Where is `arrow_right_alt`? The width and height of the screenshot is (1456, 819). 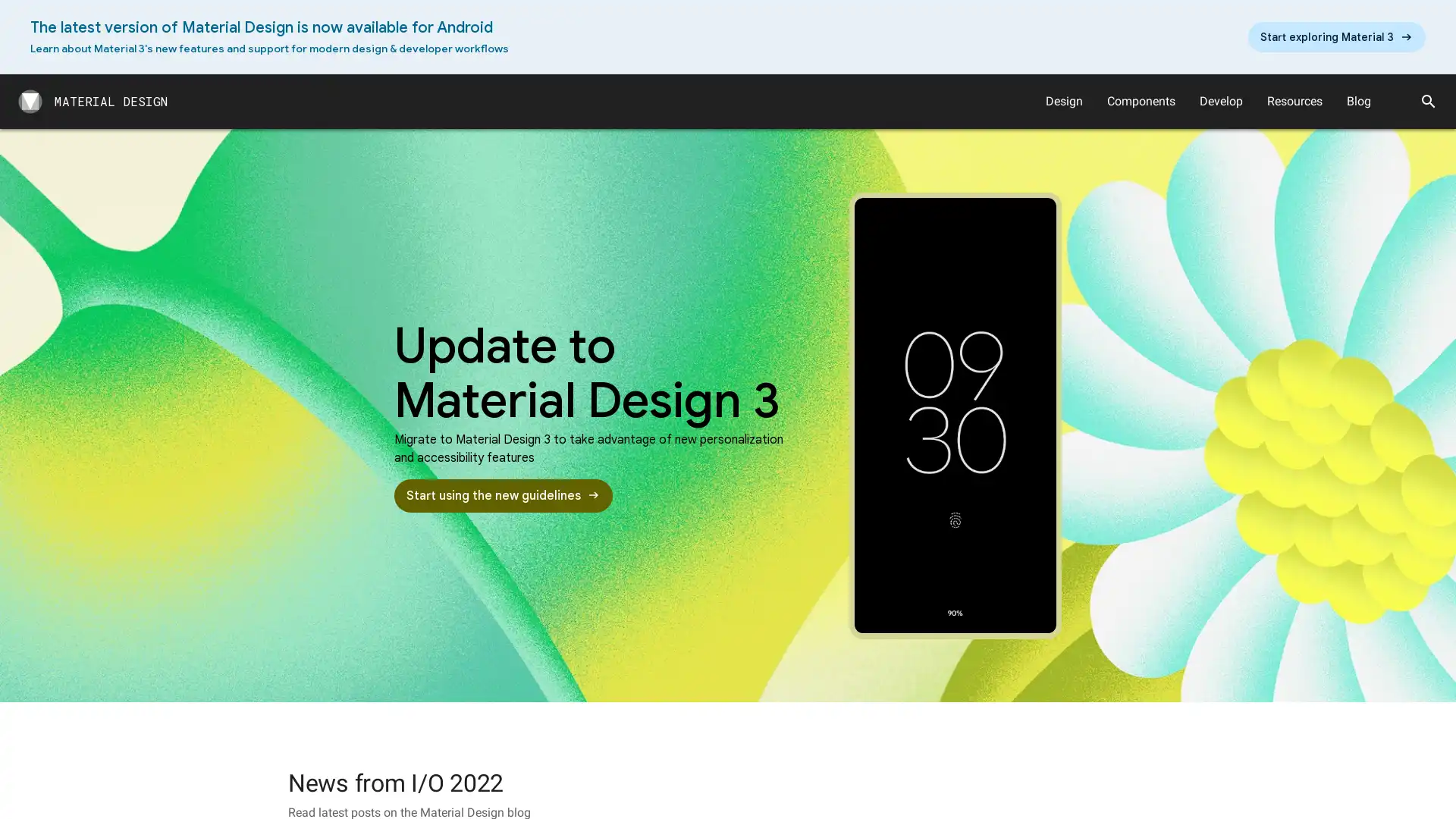 arrow_right_alt is located at coordinates (1336, 36).